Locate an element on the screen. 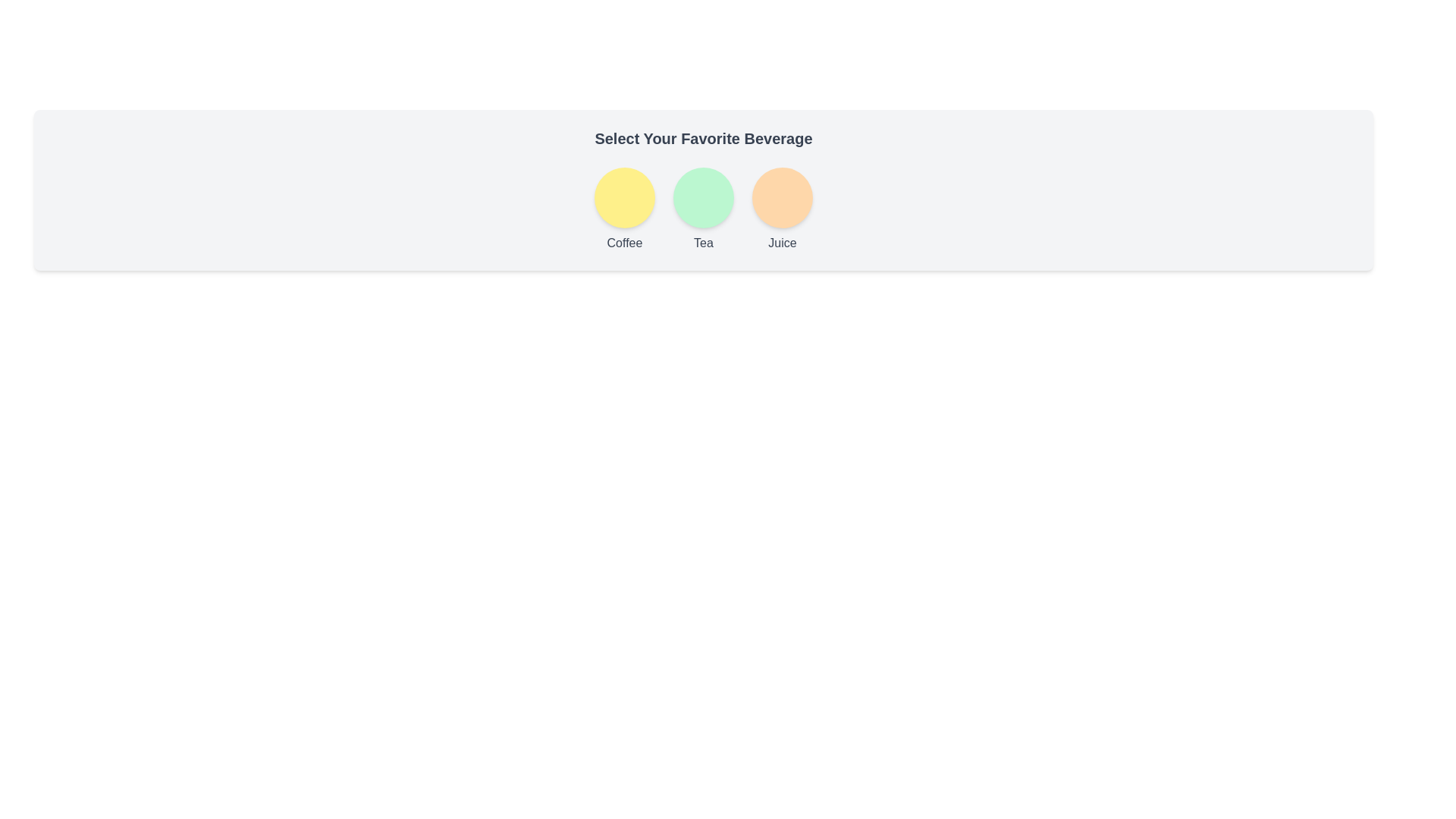 This screenshot has width=1456, height=819. text of the label indicating the favorite beverage option, which is located below the green circular icon for Tea in the middle option of the selectable beverage area is located at coordinates (702, 242).